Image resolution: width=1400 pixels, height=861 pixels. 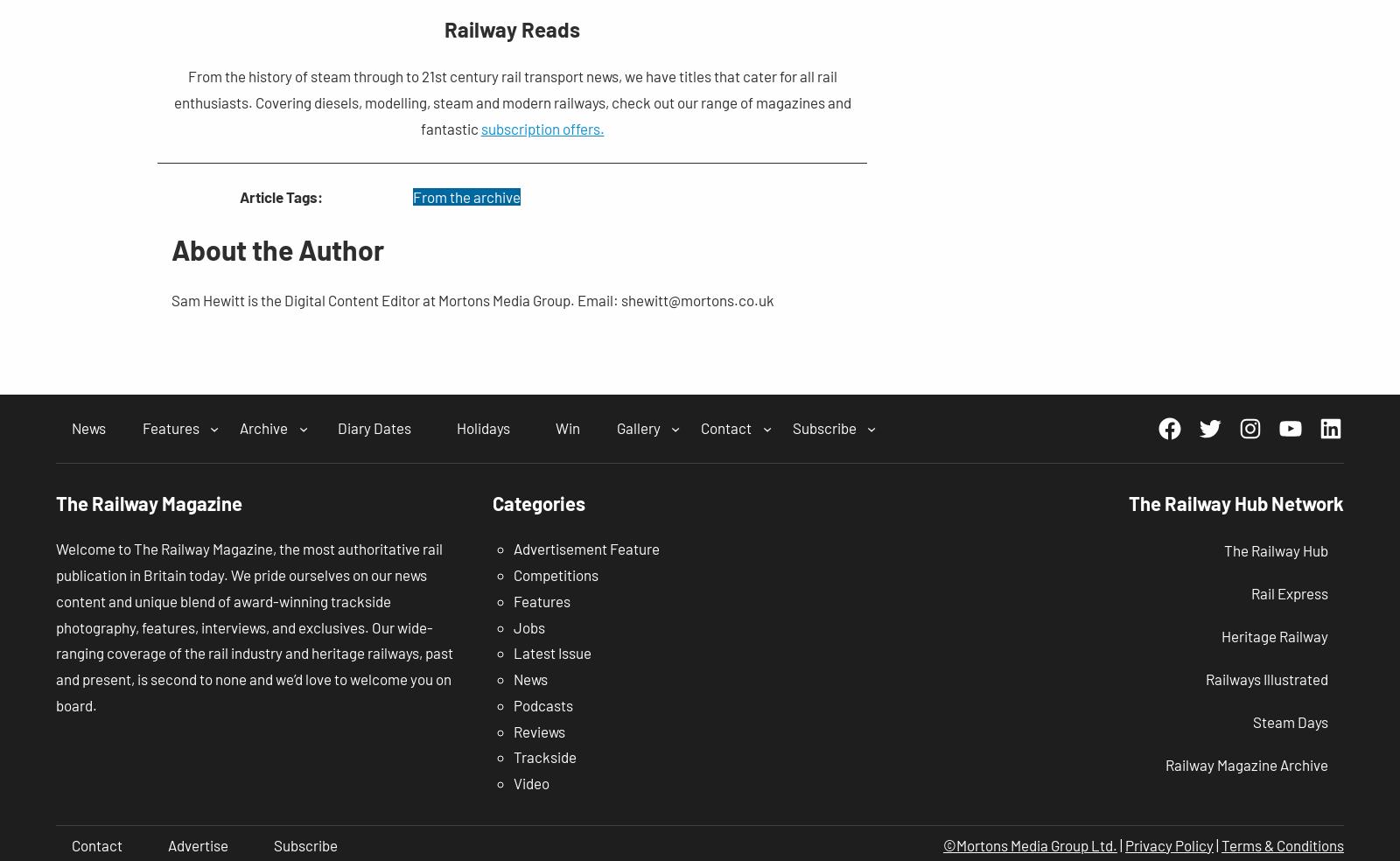 What do you see at coordinates (530, 783) in the screenshot?
I see `'Video'` at bounding box center [530, 783].